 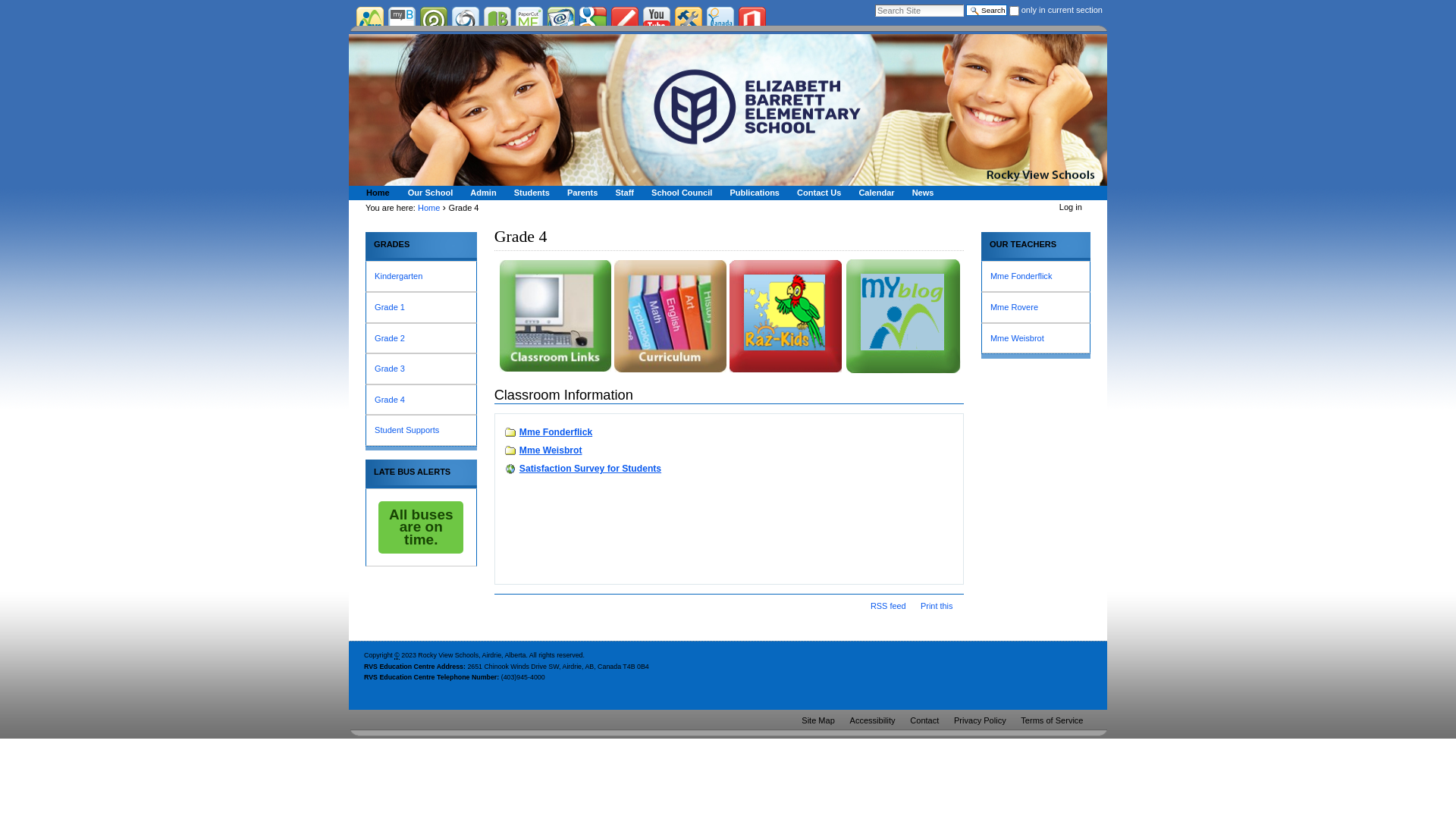 What do you see at coordinates (874, 192) in the screenshot?
I see `'Calendar'` at bounding box center [874, 192].